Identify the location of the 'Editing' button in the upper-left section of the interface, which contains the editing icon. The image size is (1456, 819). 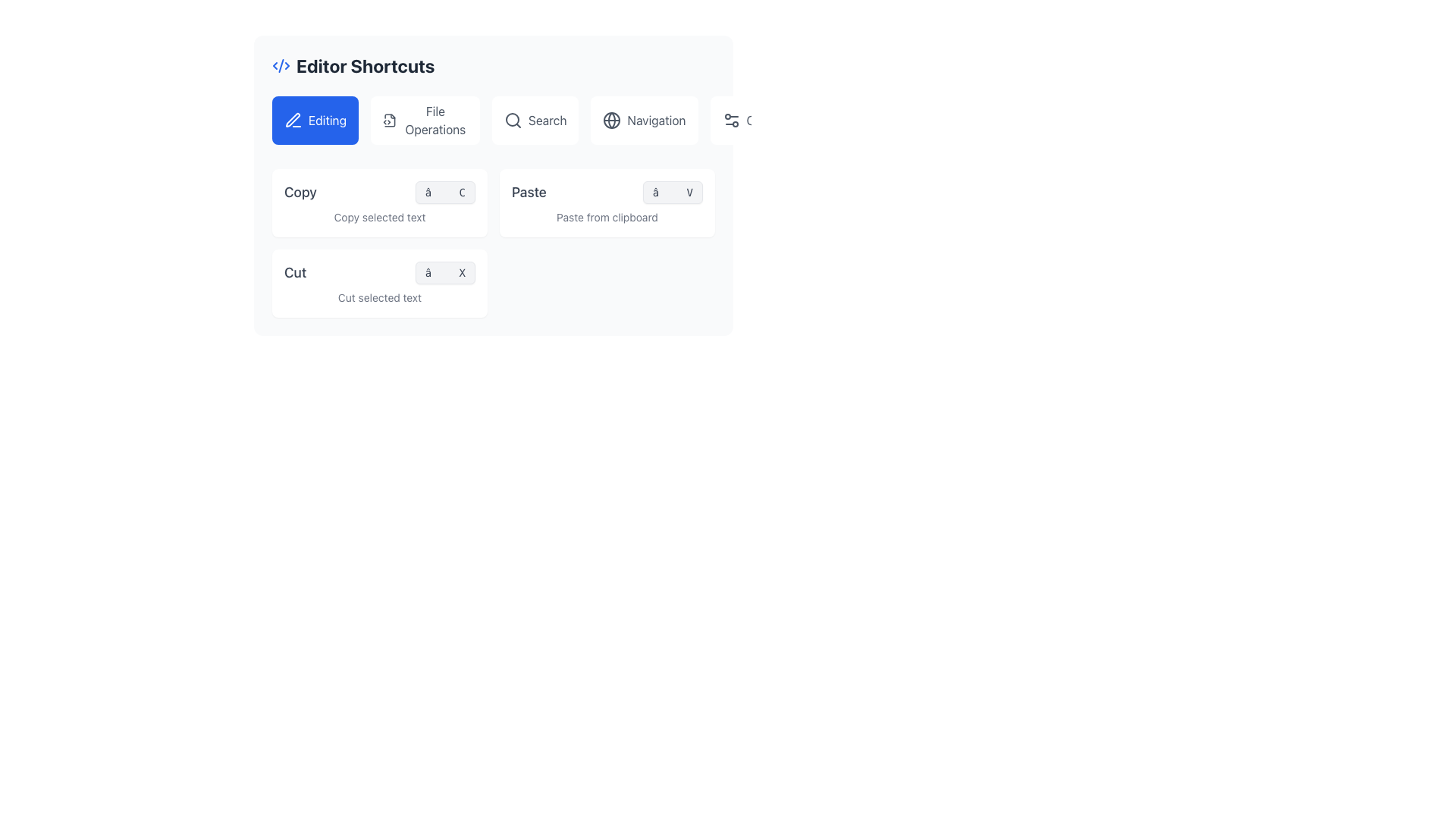
(293, 119).